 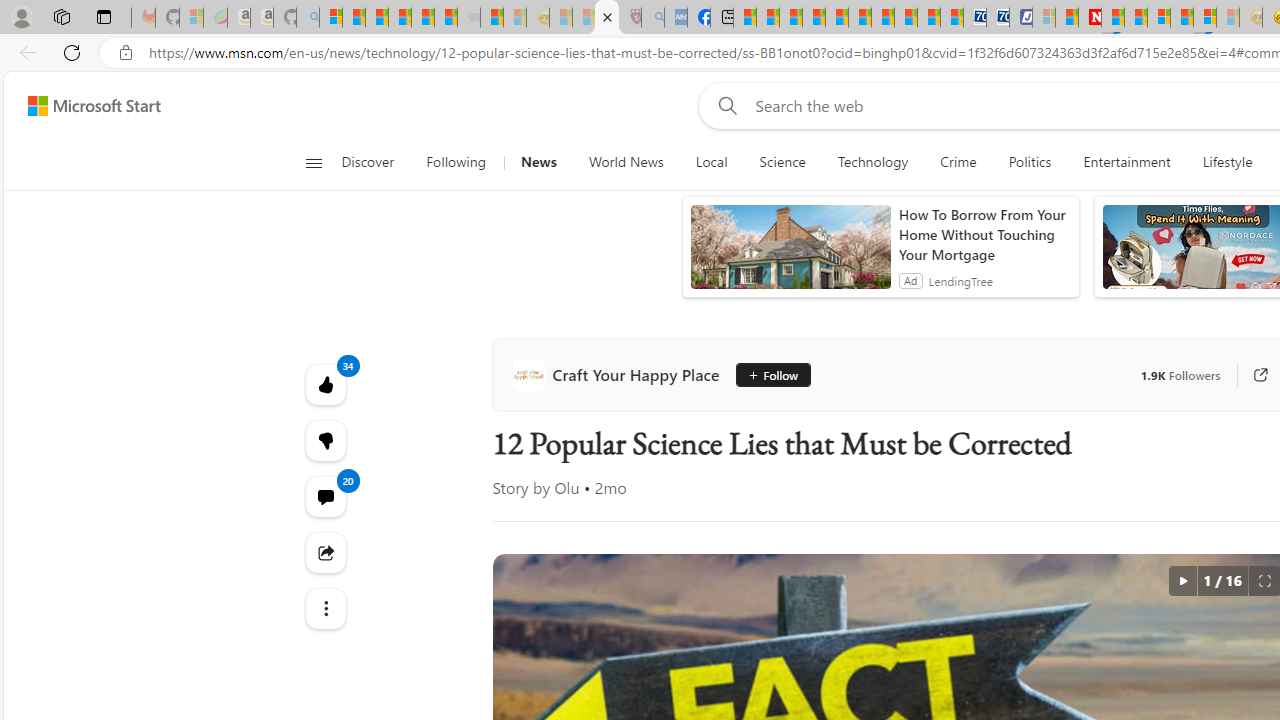 I want to click on 'Share this story', so click(x=325, y=552).